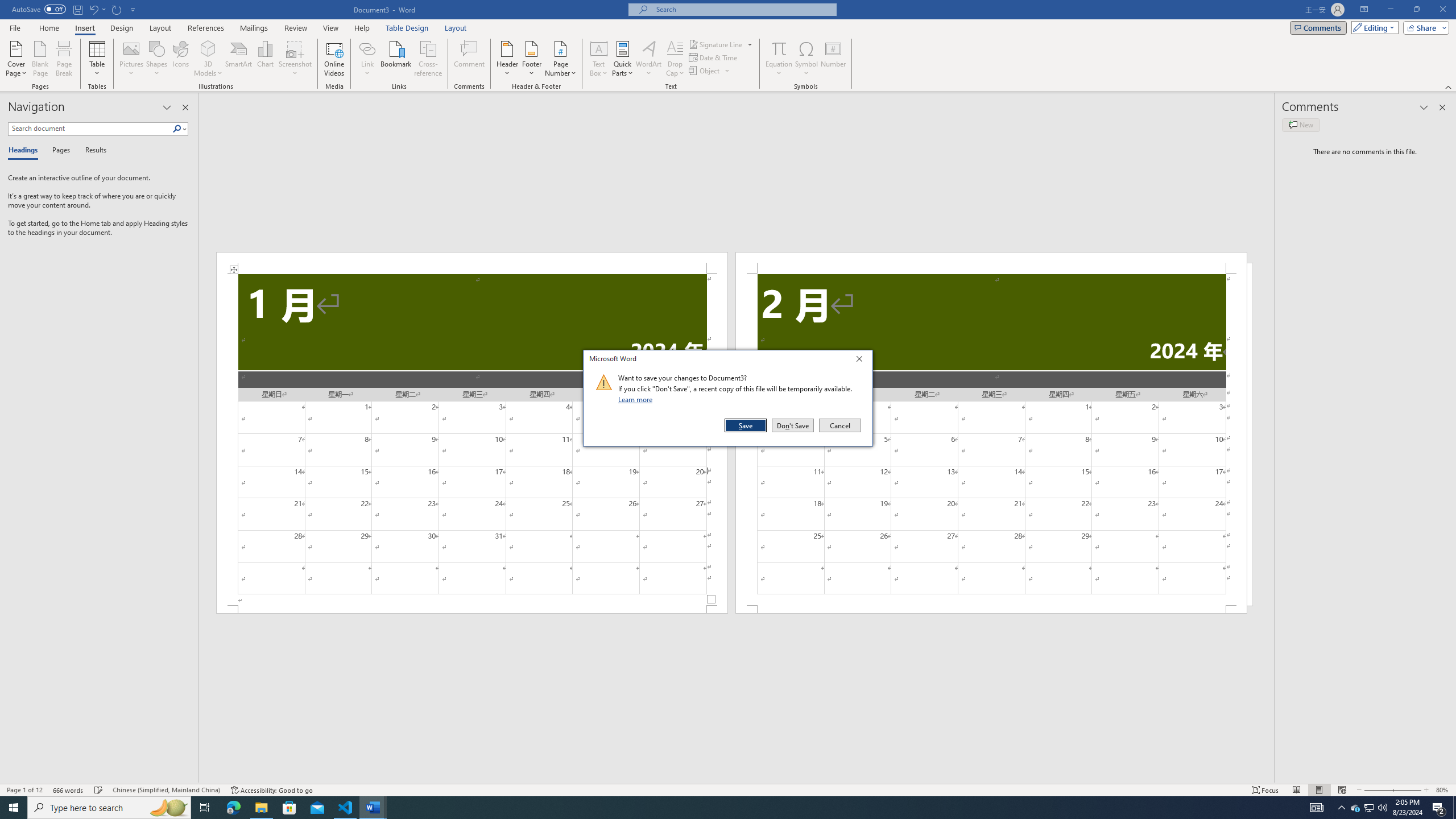  Describe the element at coordinates (208, 48) in the screenshot. I see `'3D Models'` at that location.